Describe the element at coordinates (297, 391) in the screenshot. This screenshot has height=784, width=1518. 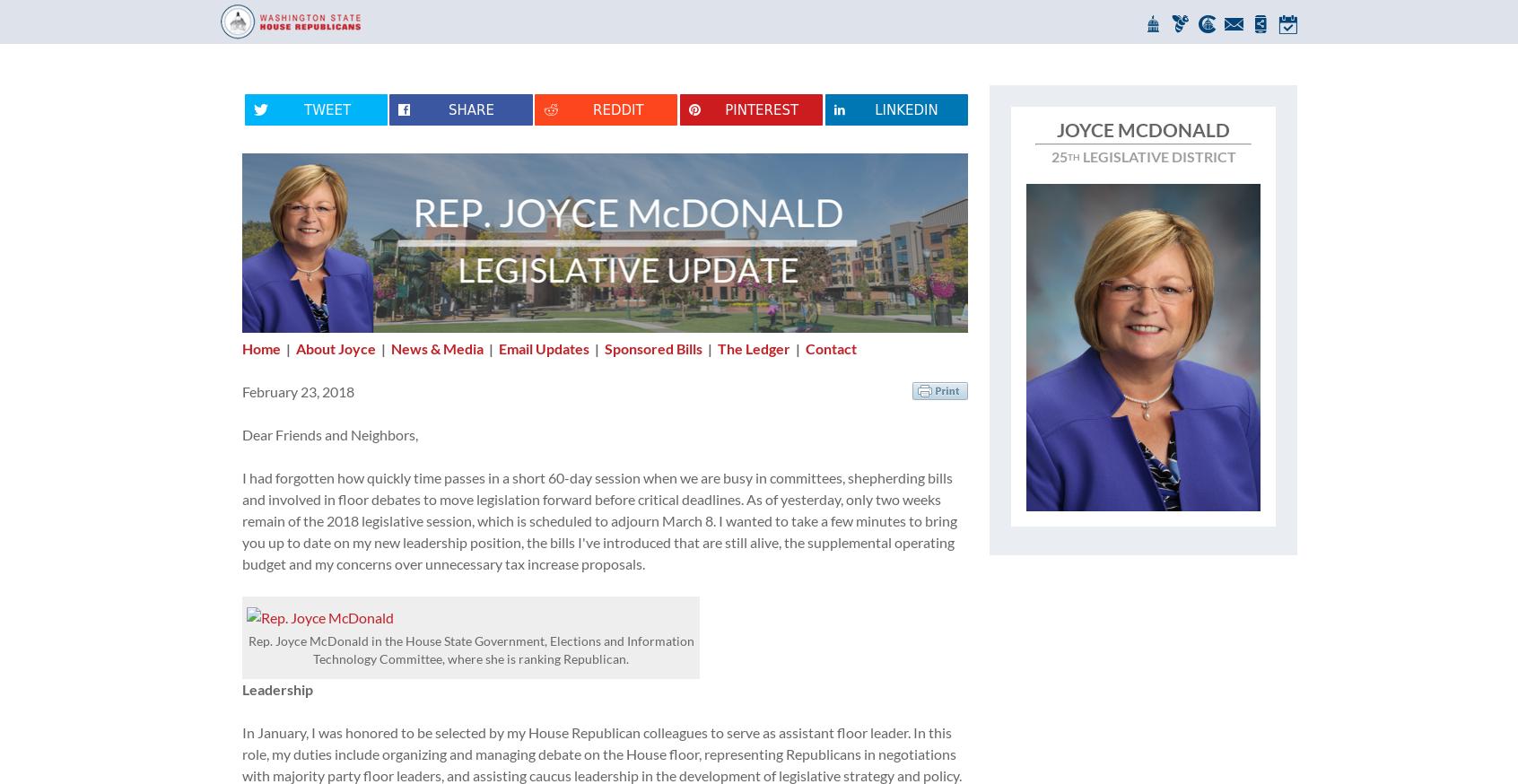
I see `'February 23, 2018'` at that location.